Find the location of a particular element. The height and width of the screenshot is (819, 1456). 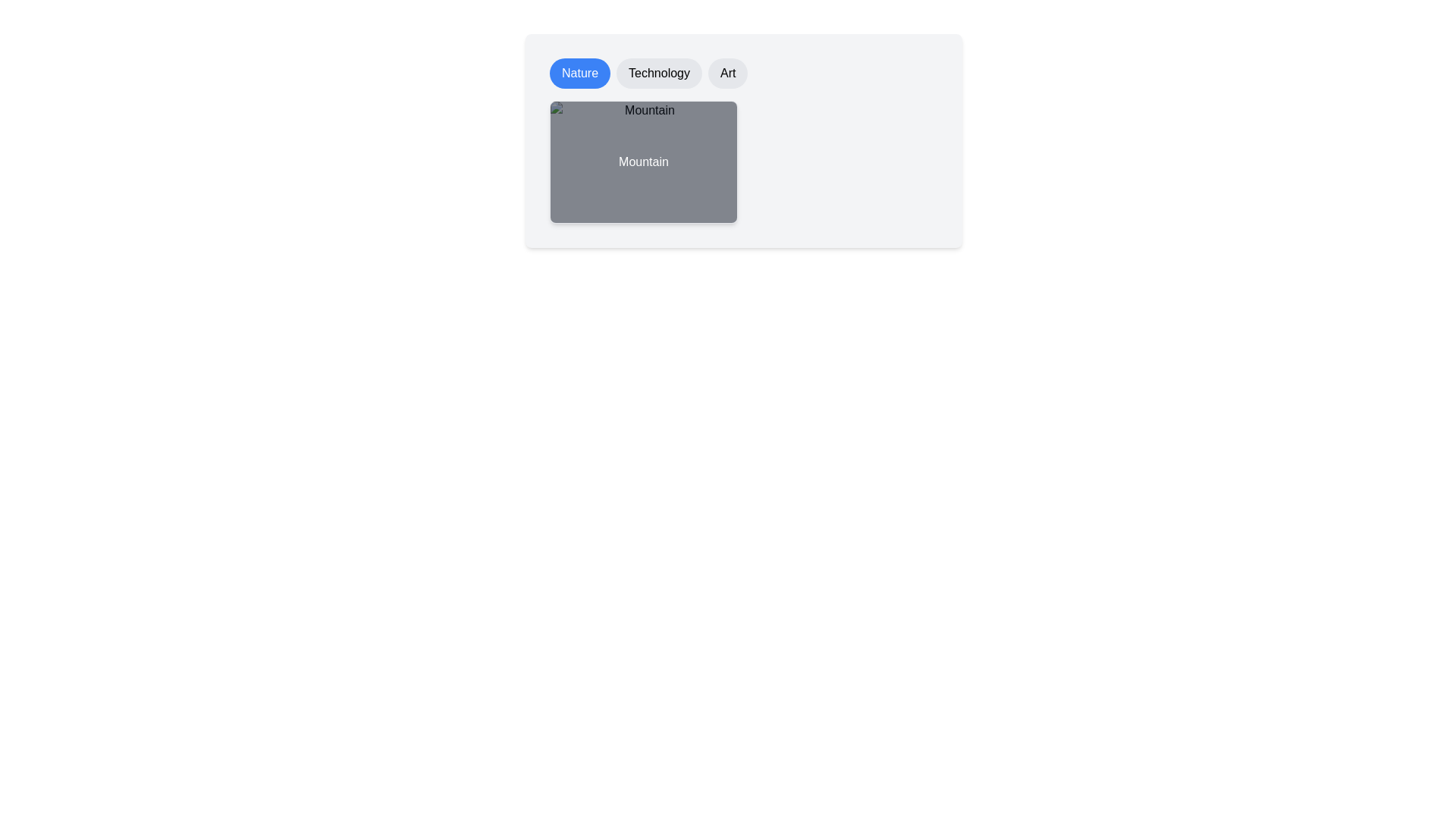

the category Art to view the corresponding images is located at coordinates (728, 73).